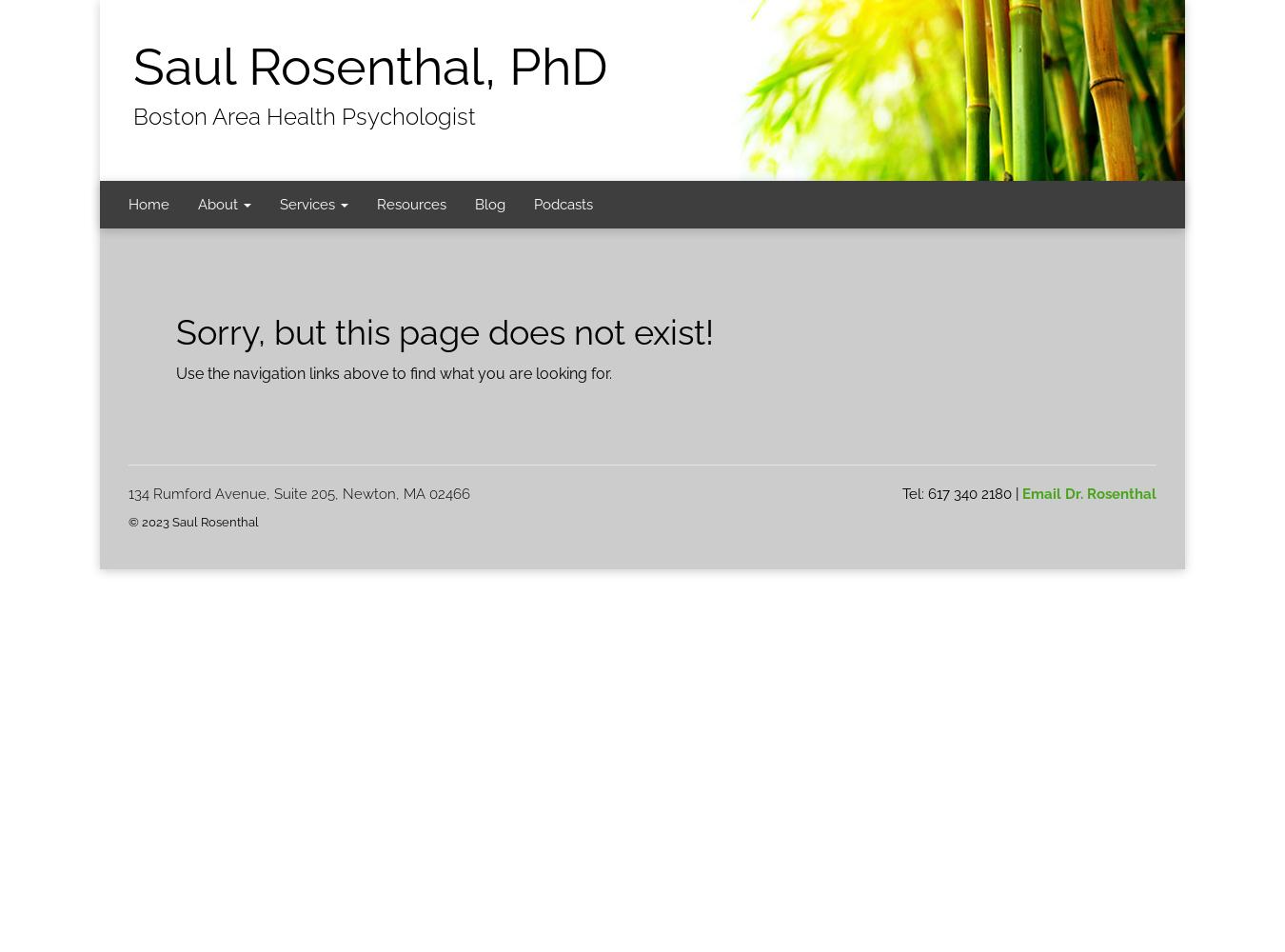 This screenshot has height=952, width=1285. I want to click on 'Services', so click(279, 204).